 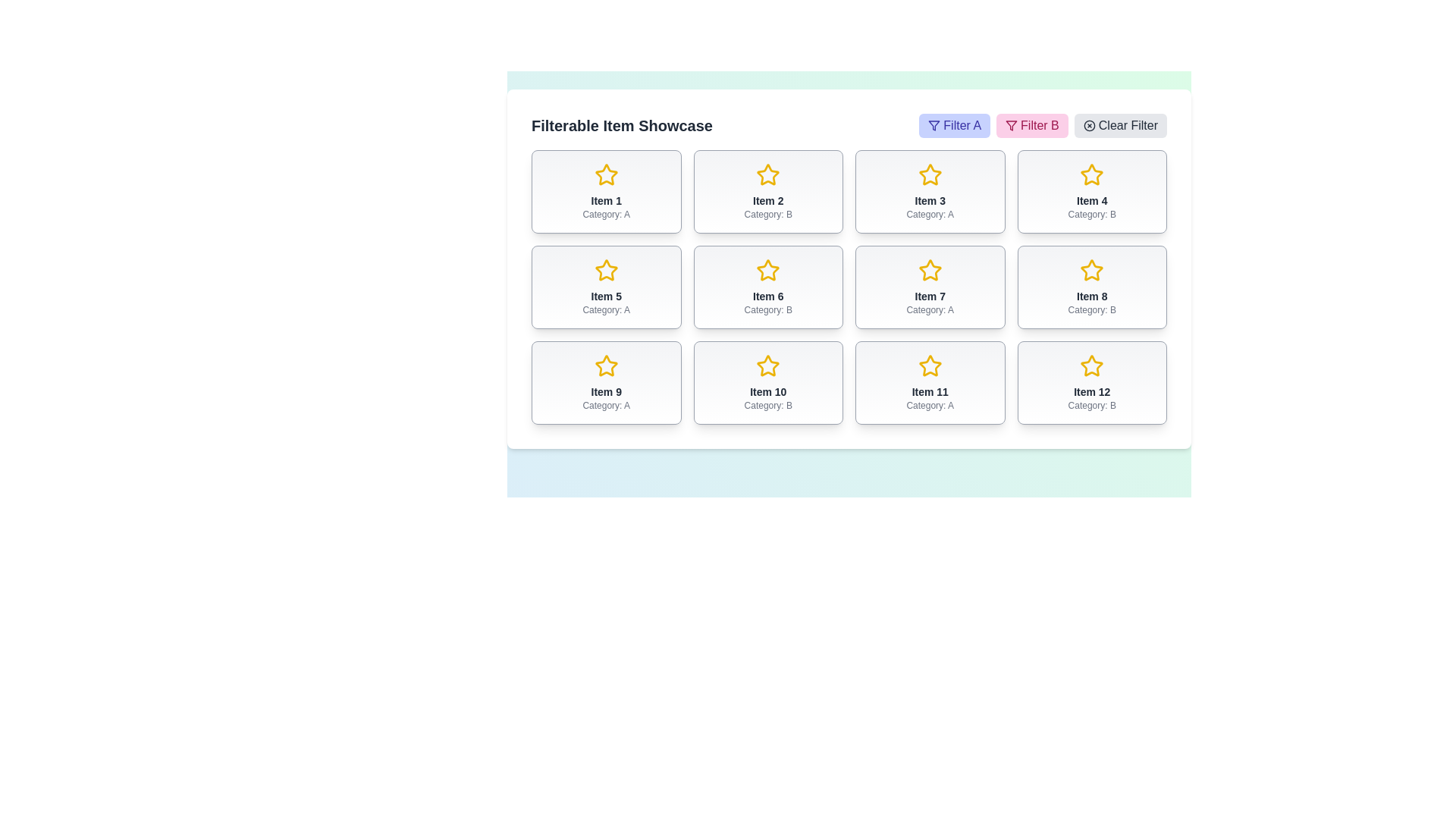 What do you see at coordinates (1088, 124) in the screenshot?
I see `the circular 'close' icon with a diagonal cross inside, located within the 'Clear Filter' button at the top-right of the interface` at bounding box center [1088, 124].